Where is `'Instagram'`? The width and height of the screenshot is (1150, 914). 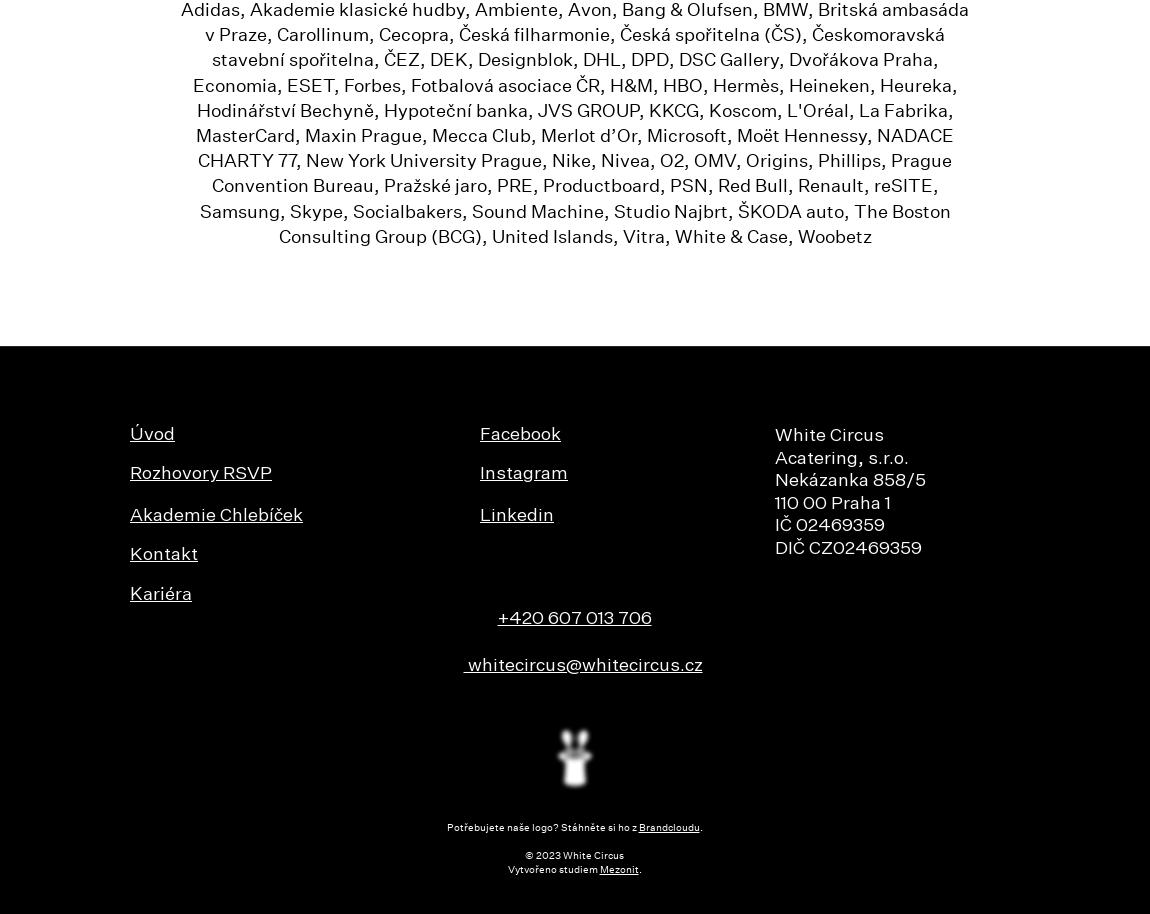
'Instagram' is located at coordinates (524, 474).